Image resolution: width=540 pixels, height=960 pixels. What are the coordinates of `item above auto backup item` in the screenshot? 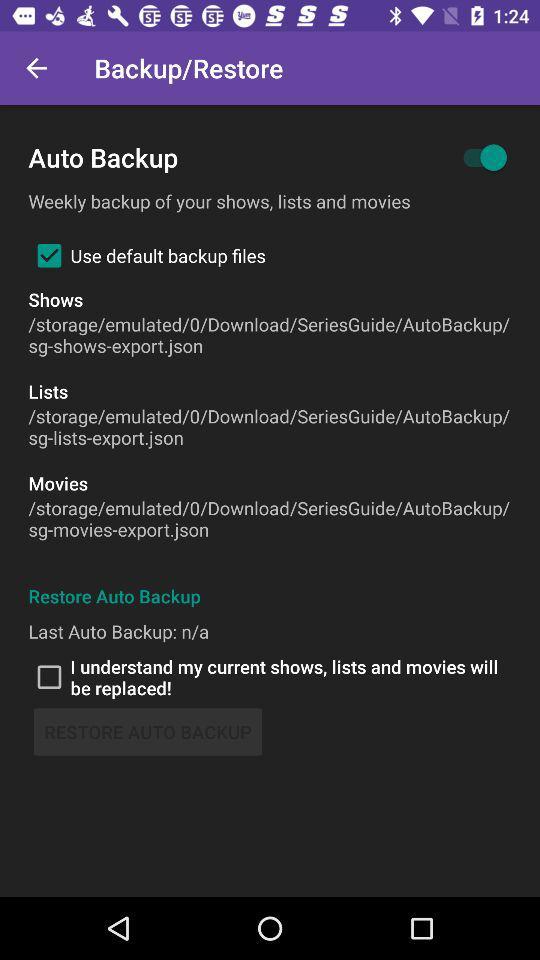 It's located at (36, 68).